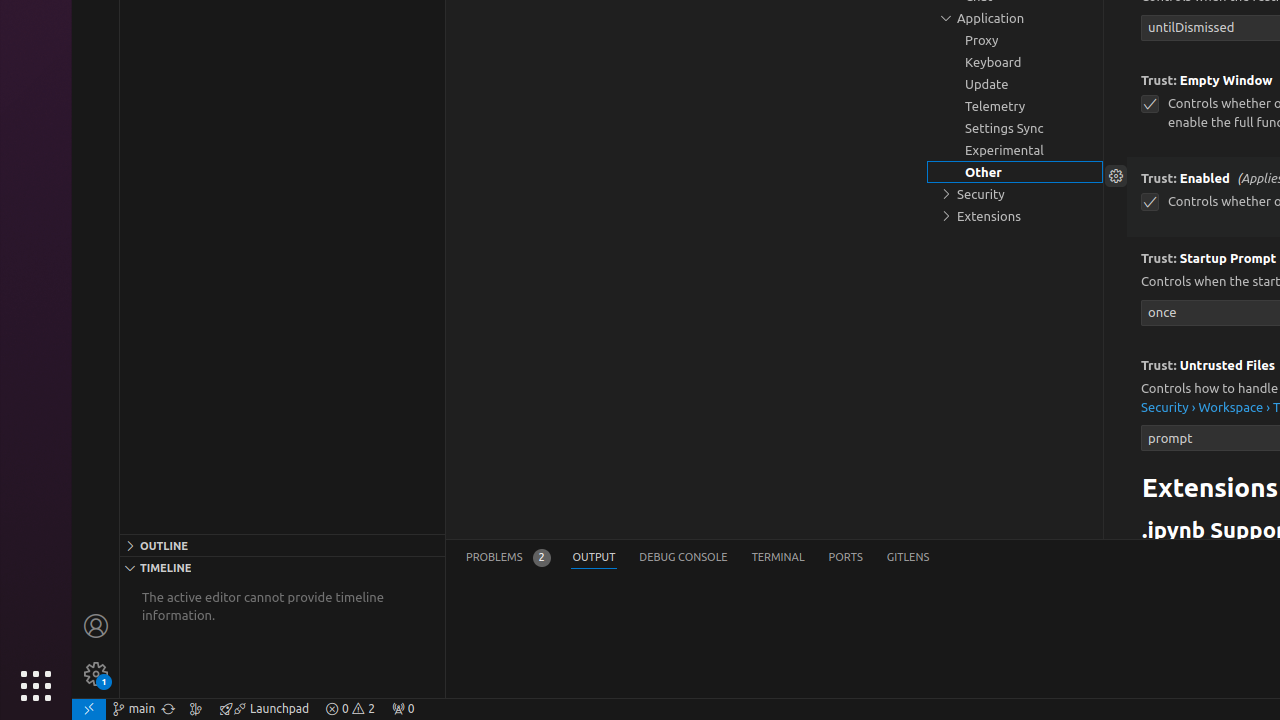 The height and width of the screenshot is (720, 1280). I want to click on 'Outline Section', so click(281, 544).